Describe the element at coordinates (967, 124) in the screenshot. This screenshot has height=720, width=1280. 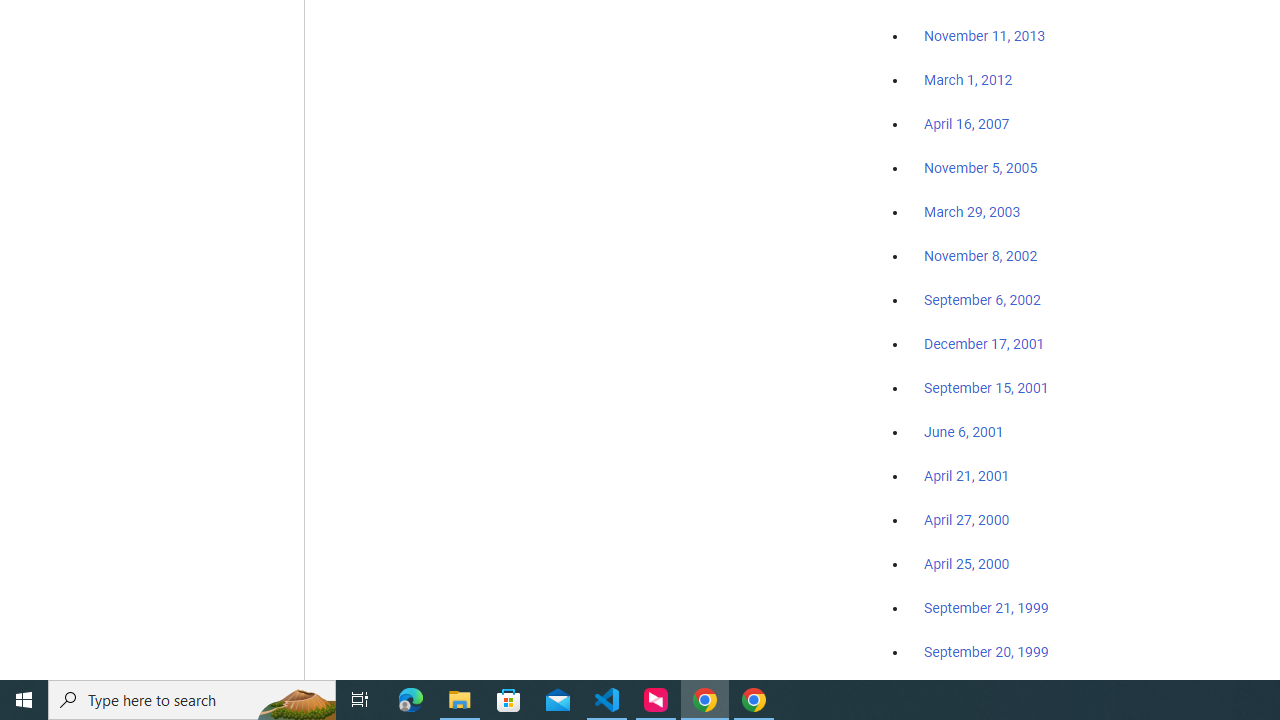
I see `'April 16, 2007'` at that location.